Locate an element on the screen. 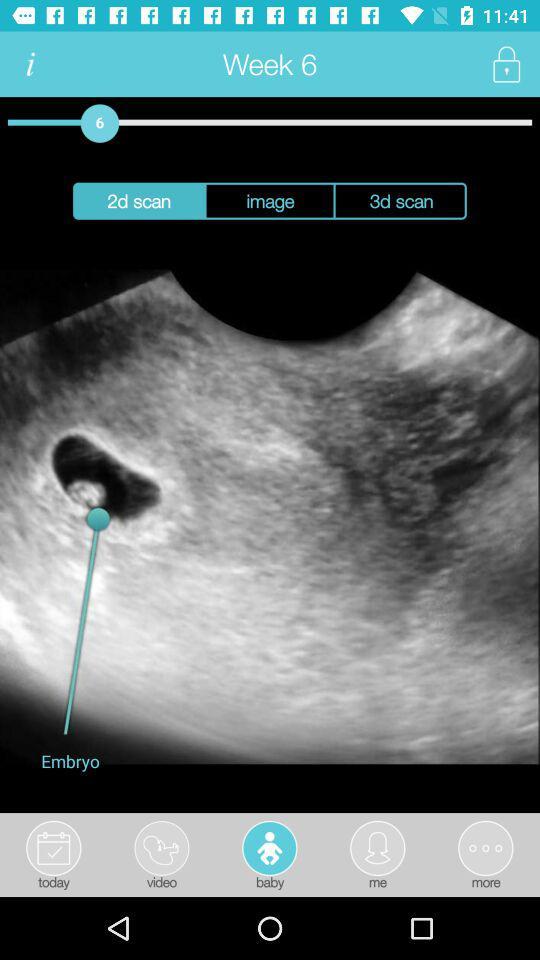  the icon to the left of the week 6 app is located at coordinates (29, 64).